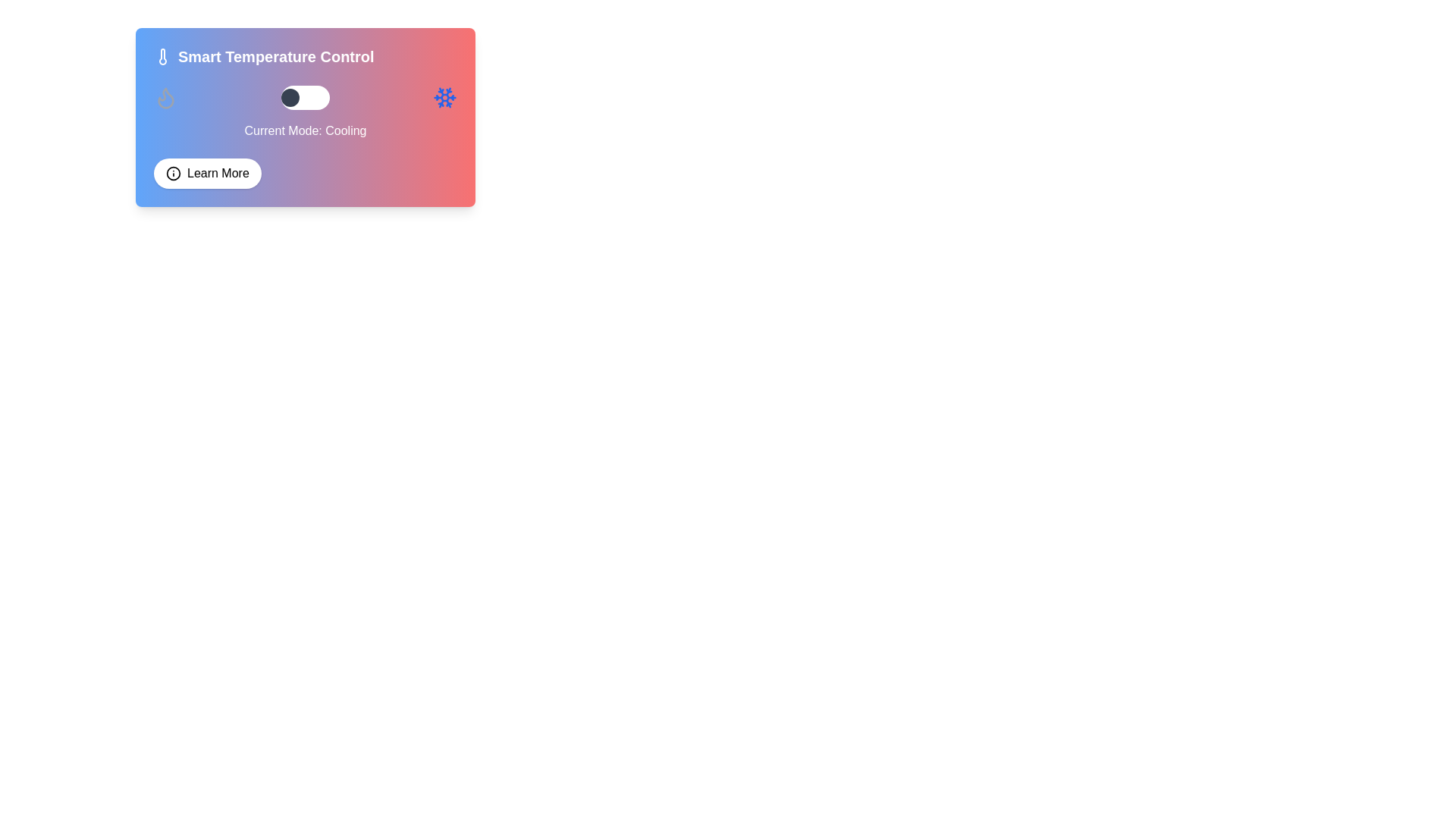 The width and height of the screenshot is (1456, 819). What do you see at coordinates (441, 102) in the screenshot?
I see `the bottom-left branch of the blue snowflake icon in the Smart Temperature Control interface` at bounding box center [441, 102].